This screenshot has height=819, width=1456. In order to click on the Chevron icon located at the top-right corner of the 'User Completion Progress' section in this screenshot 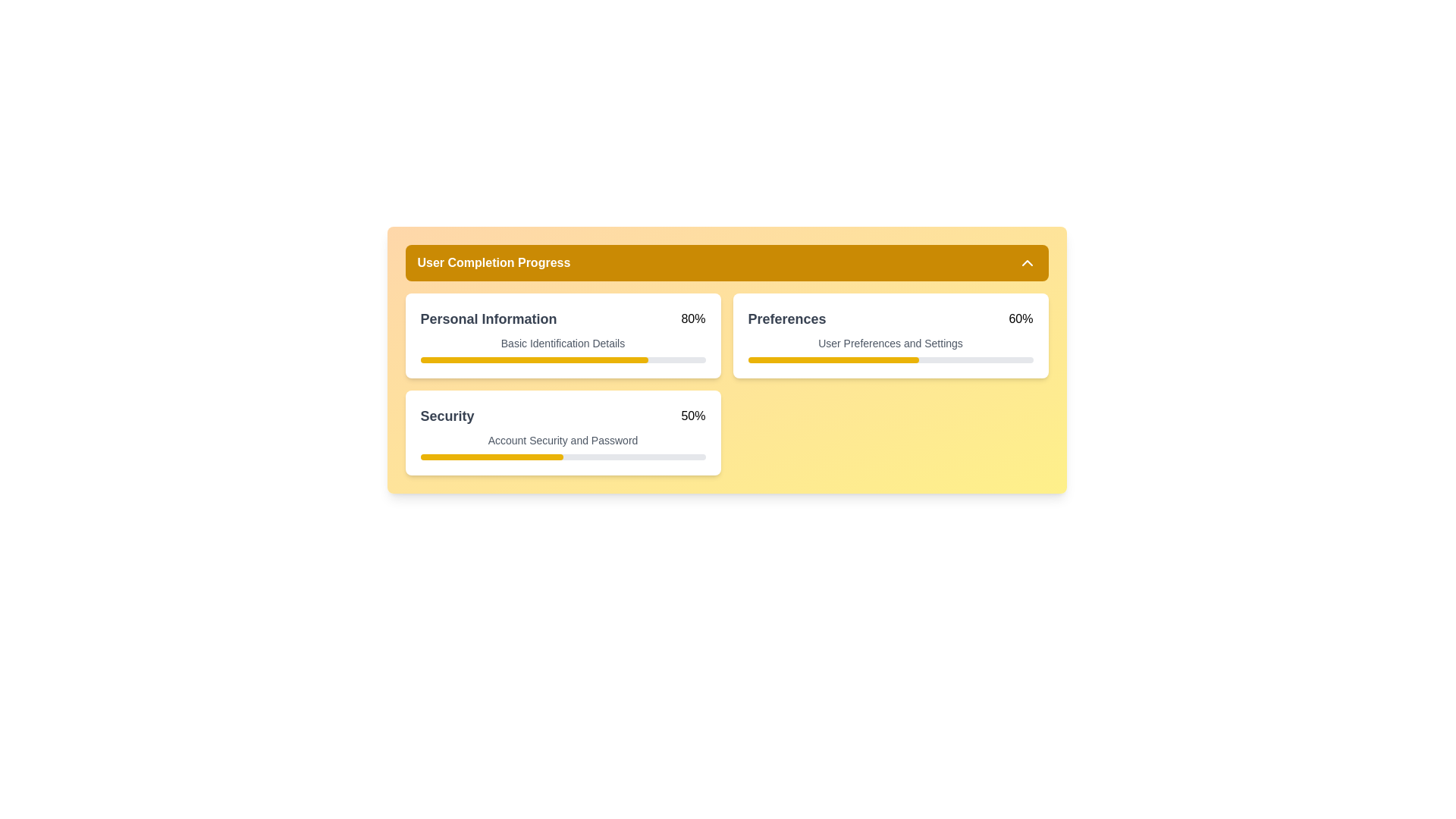, I will do `click(1027, 262)`.